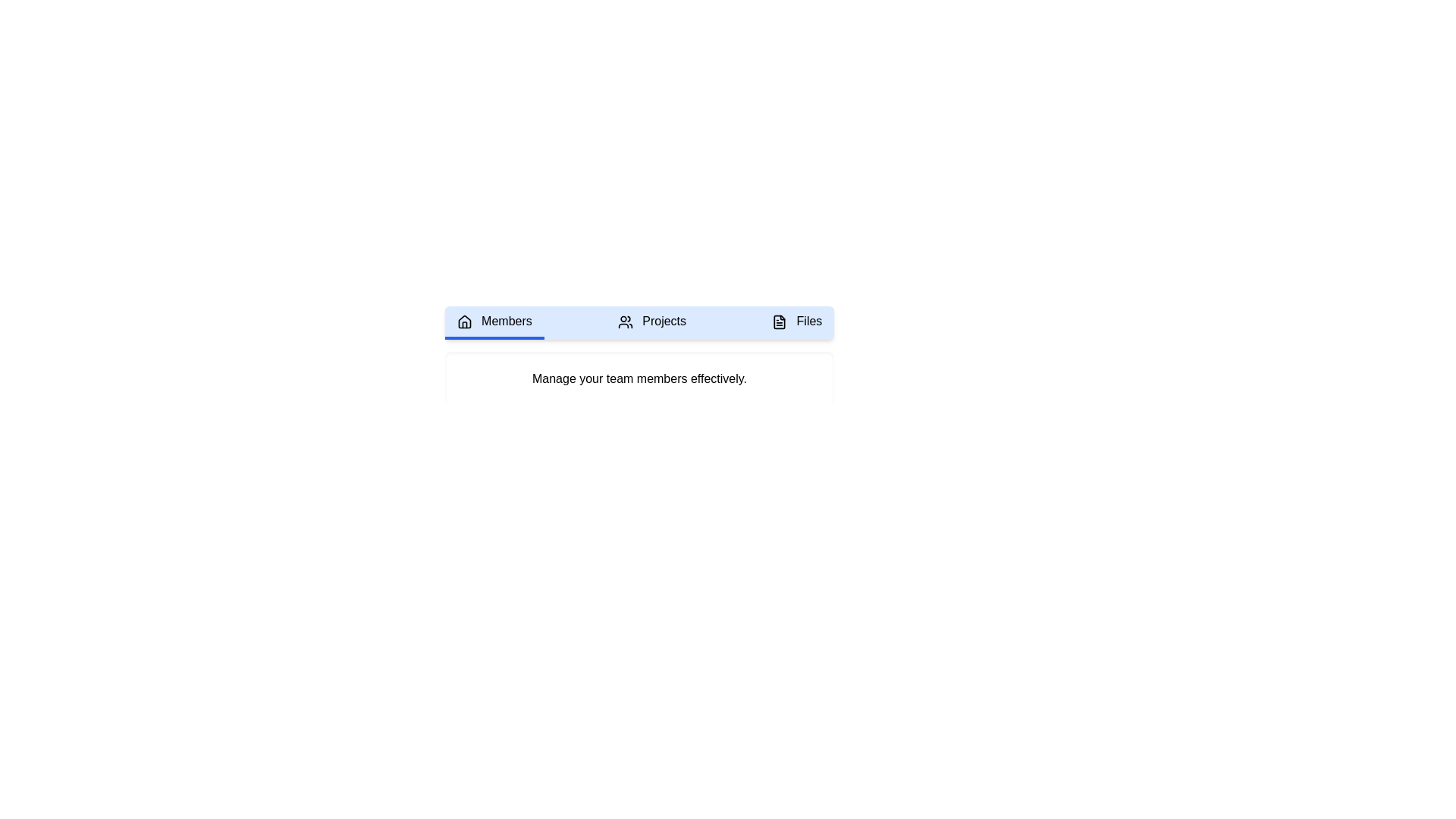 This screenshot has height=819, width=1456. Describe the element at coordinates (780, 321) in the screenshot. I see `the text lines sub-component of the file icon located on the top navigation bar to the far-right side` at that location.